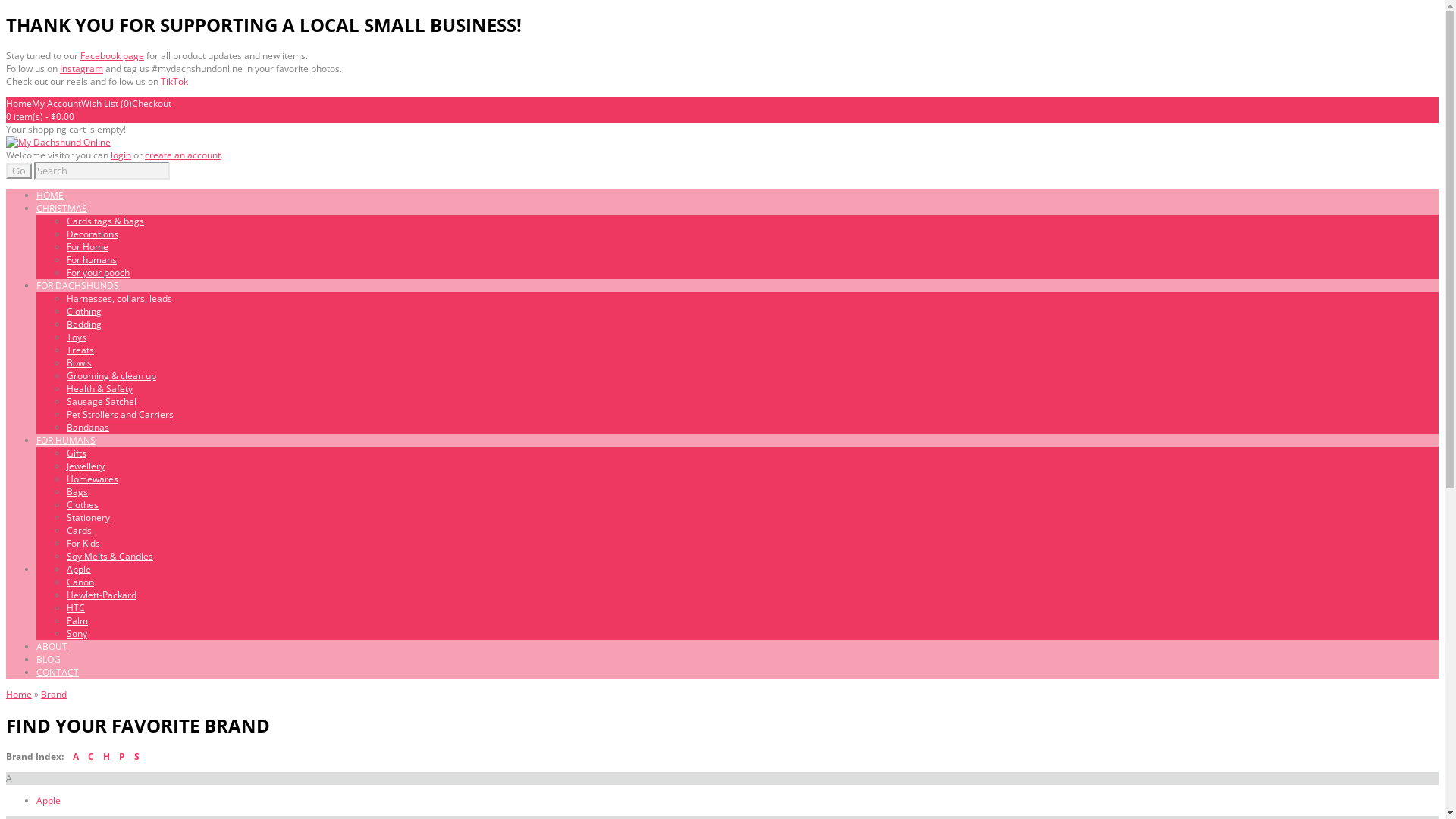 The height and width of the screenshot is (819, 1456). Describe the element at coordinates (91, 234) in the screenshot. I see `'Decorations'` at that location.